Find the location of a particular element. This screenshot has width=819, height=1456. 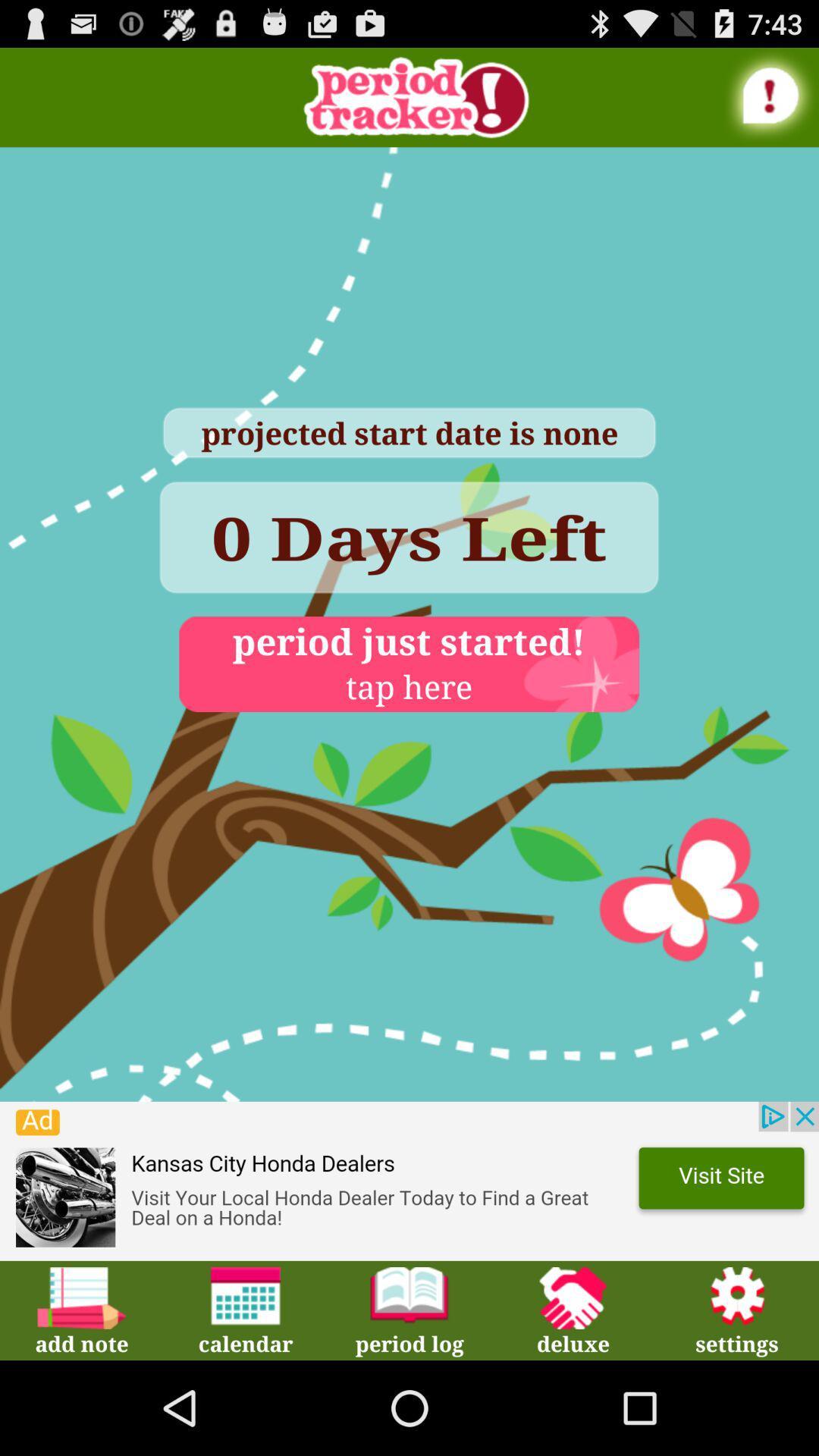

the warning icon is located at coordinates (771, 101).